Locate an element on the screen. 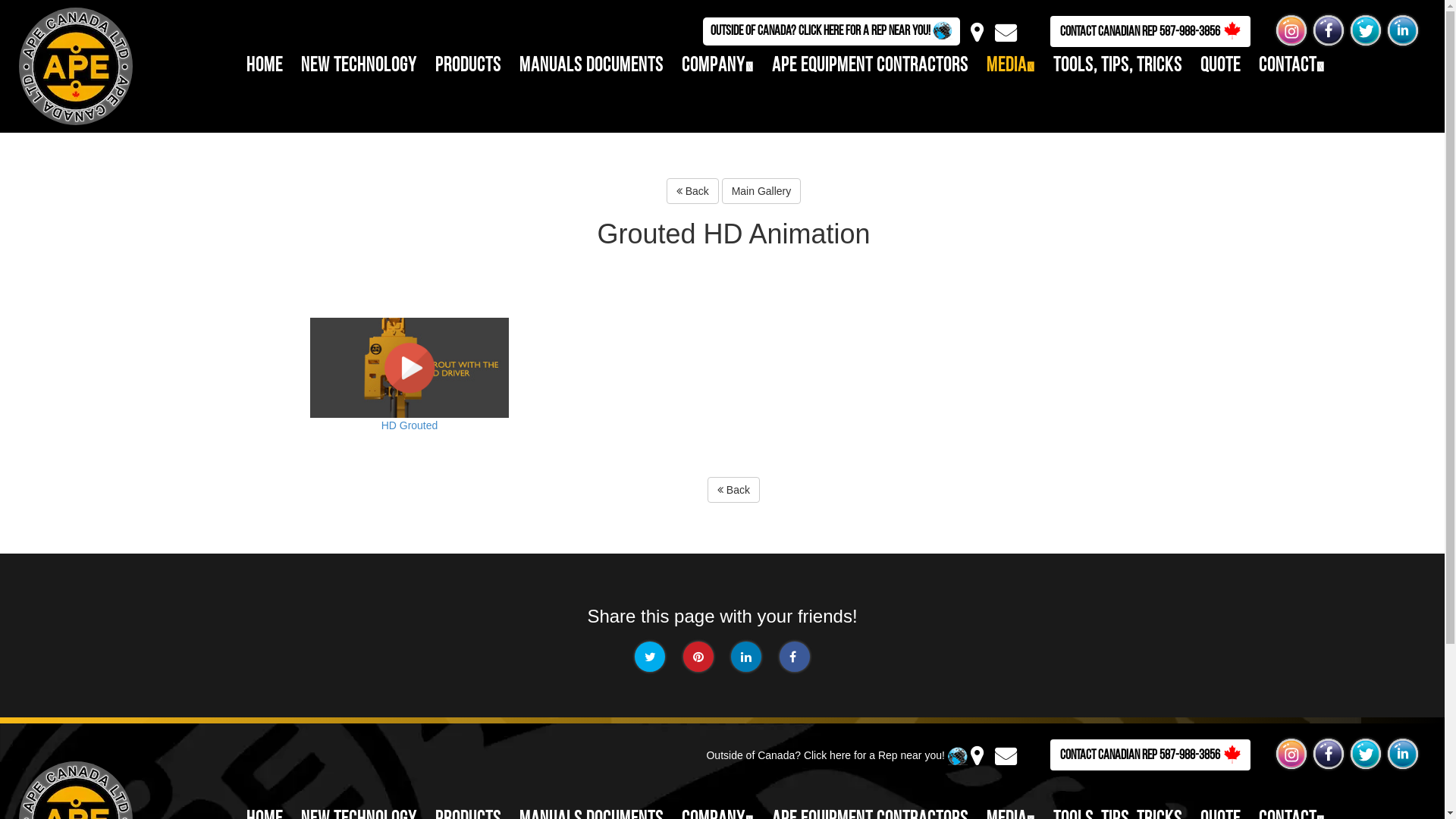 The height and width of the screenshot is (819, 1456). 'home' is located at coordinates (265, 65).